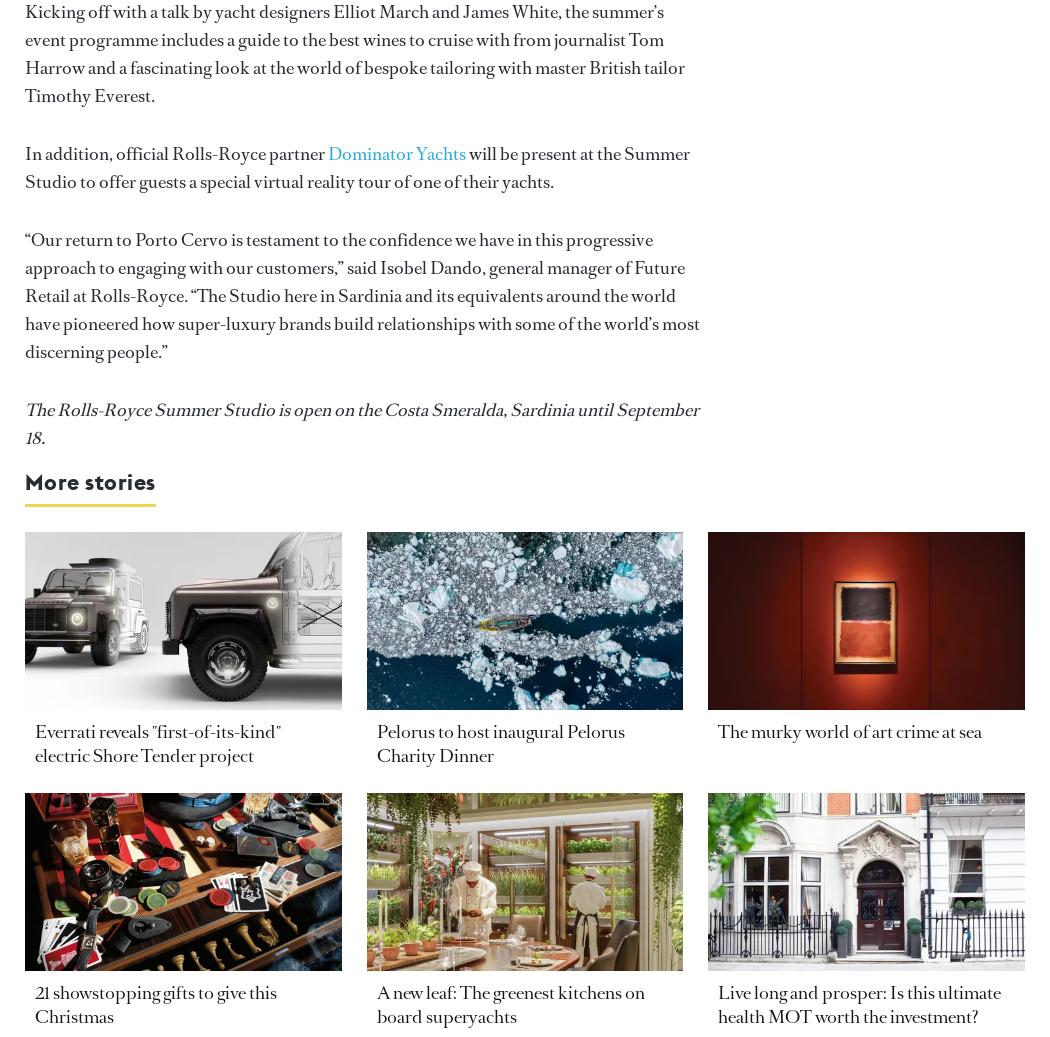 The width and height of the screenshot is (1050, 1037). Describe the element at coordinates (361, 294) in the screenshot. I see `'“Our return to Porto Cervo is testament to the confidence we have in this progressive approach to engaging with our customers,” said Isobel Dando, general manager of Future Retail at Rolls-Royce. “The Studio here in Sardinia and its equivalents around the world have pioneered how super-luxury brands build relationships with some of the world’s most discerning people.”'` at that location.